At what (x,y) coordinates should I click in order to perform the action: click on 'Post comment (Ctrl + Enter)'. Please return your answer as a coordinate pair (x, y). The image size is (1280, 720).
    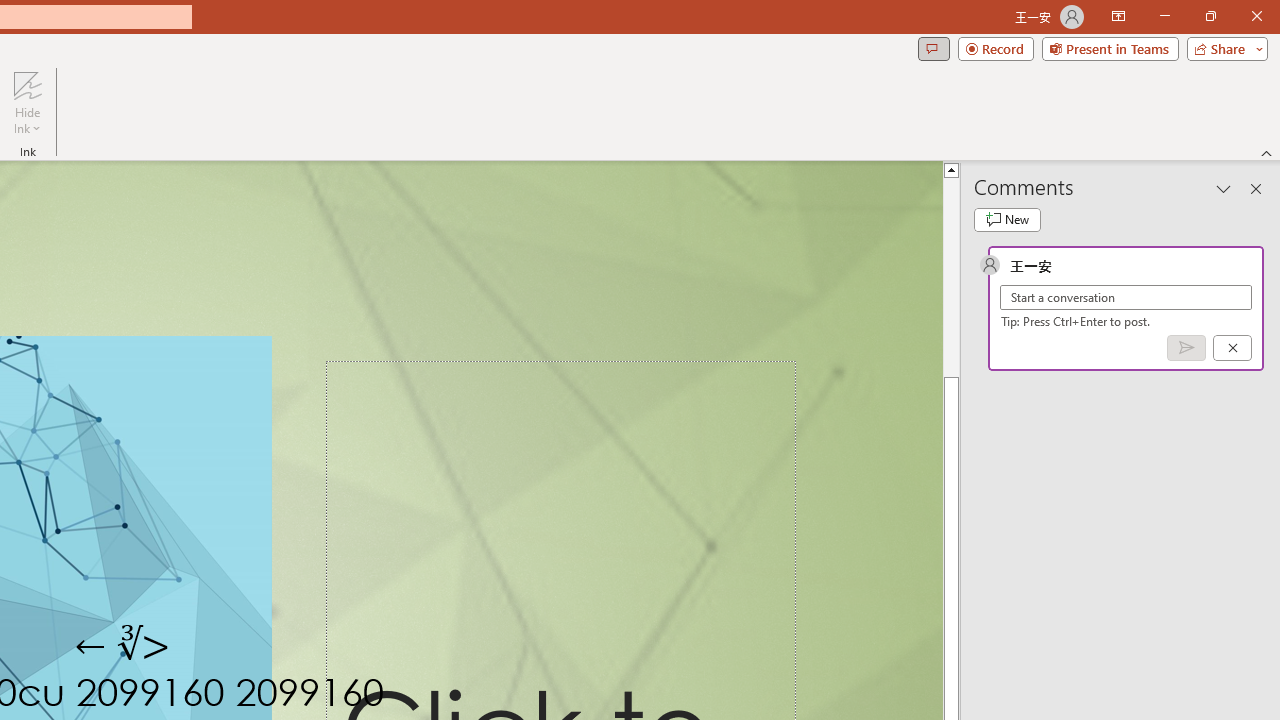
    Looking at the image, I should click on (1186, 346).